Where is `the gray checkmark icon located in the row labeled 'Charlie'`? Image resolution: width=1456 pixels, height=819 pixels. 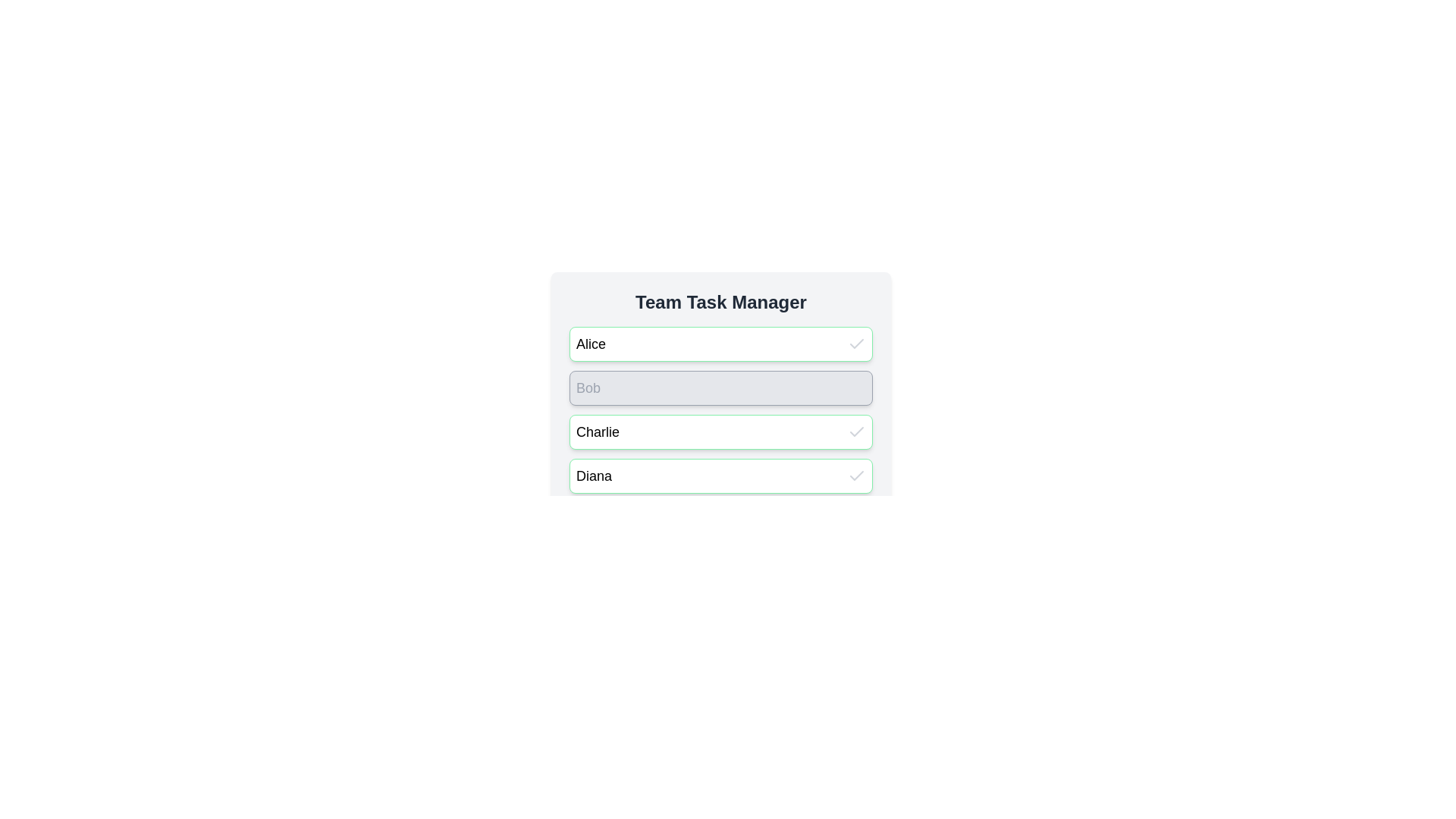
the gray checkmark icon located in the row labeled 'Charlie' is located at coordinates (856, 432).